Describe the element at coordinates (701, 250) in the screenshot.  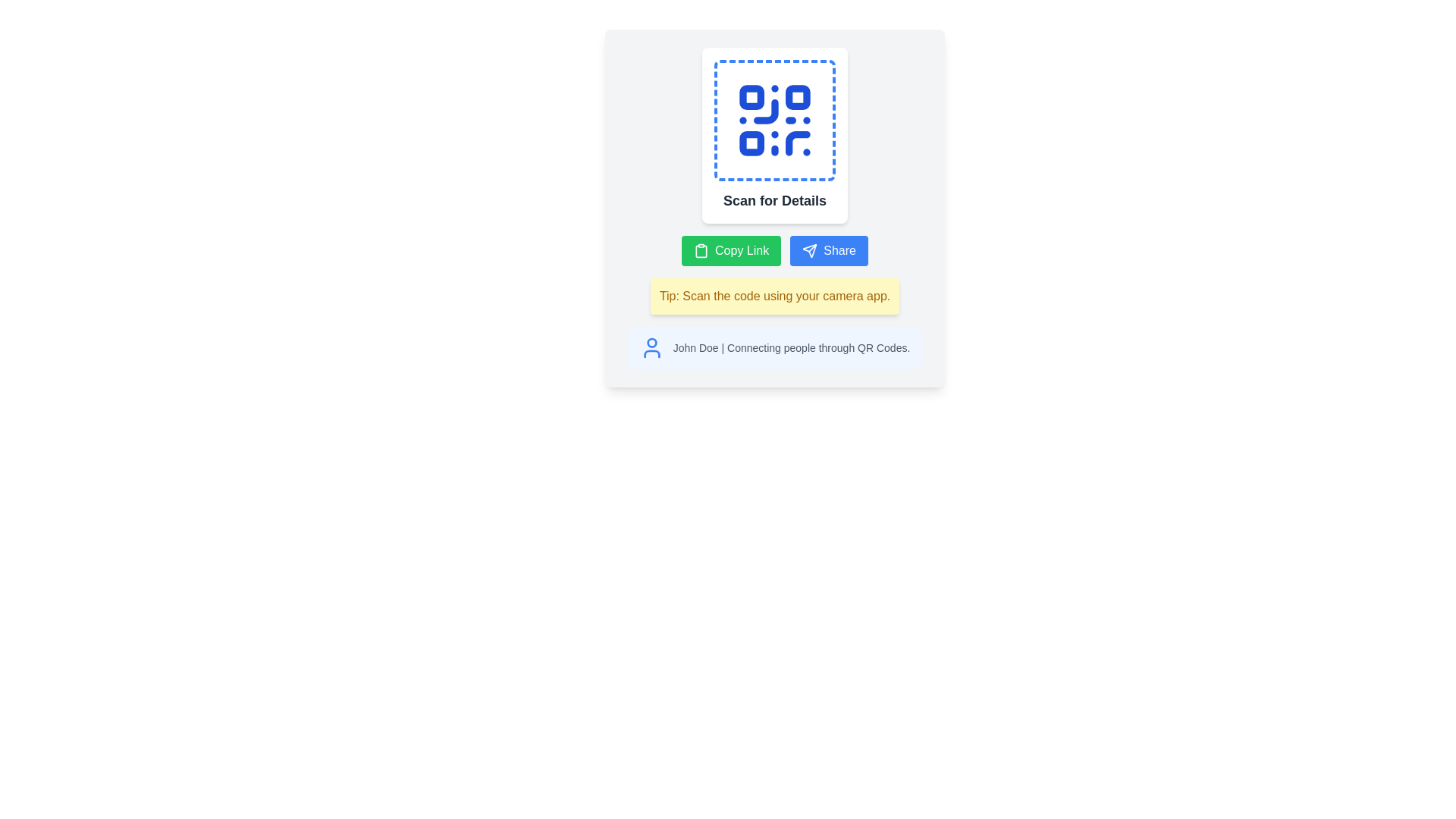
I see `the clipboard icon associated with the 'Copy Link' button, which visually indicates its functionality to copy a link to the clipboard` at that location.